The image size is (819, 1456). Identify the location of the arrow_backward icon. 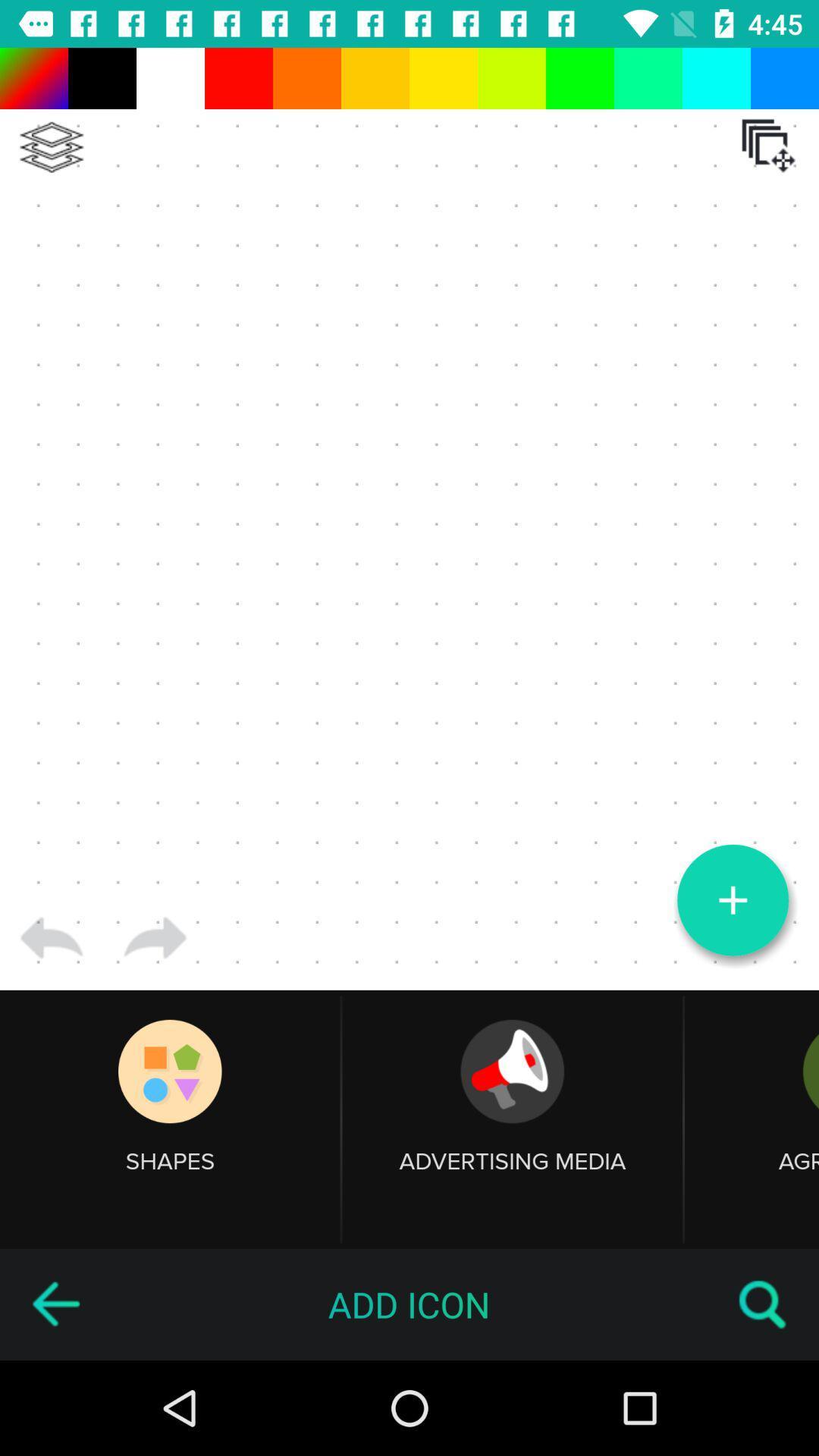
(55, 1304).